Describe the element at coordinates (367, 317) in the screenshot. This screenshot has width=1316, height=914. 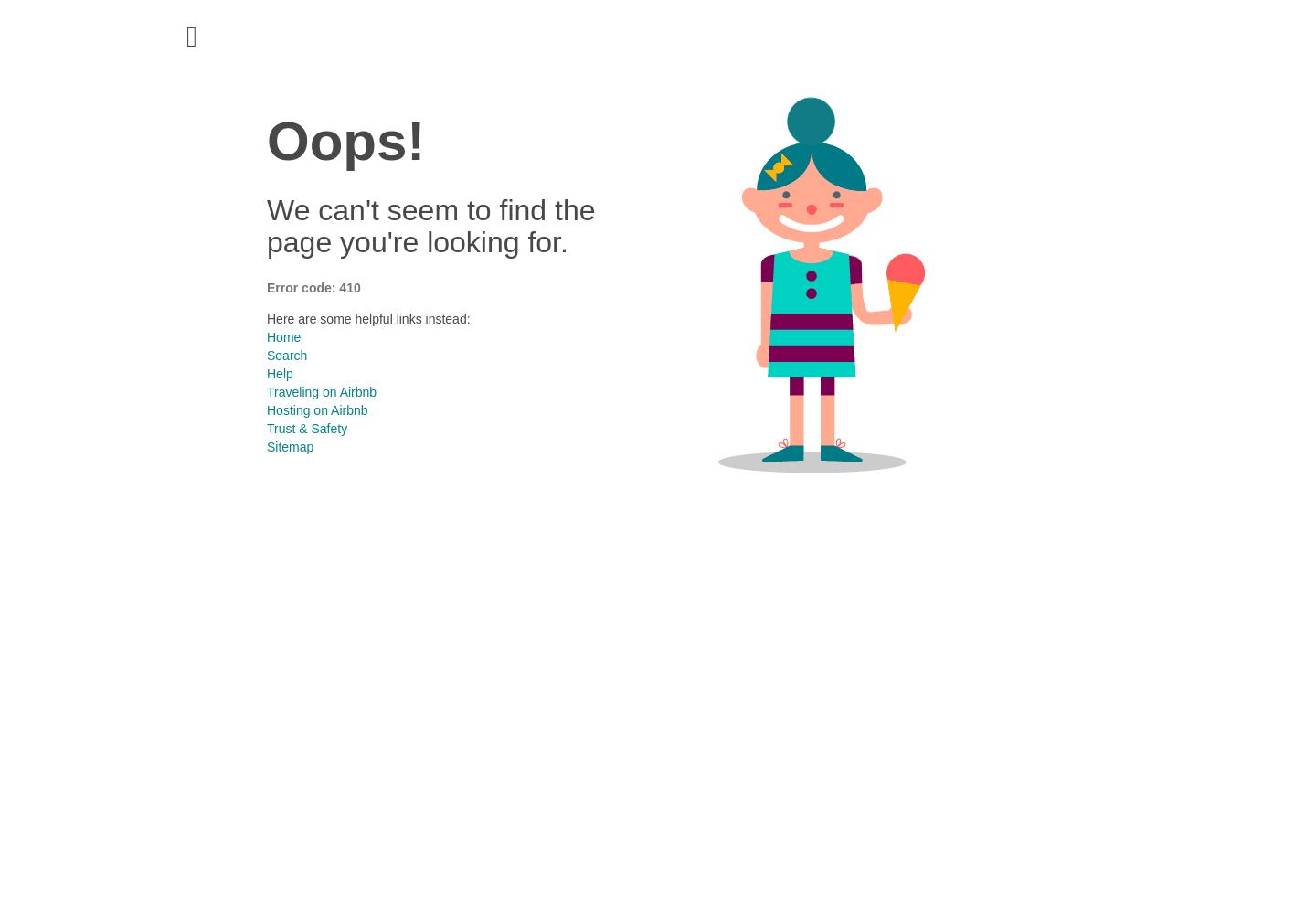
I see `'Here are some helpful links instead:'` at that location.